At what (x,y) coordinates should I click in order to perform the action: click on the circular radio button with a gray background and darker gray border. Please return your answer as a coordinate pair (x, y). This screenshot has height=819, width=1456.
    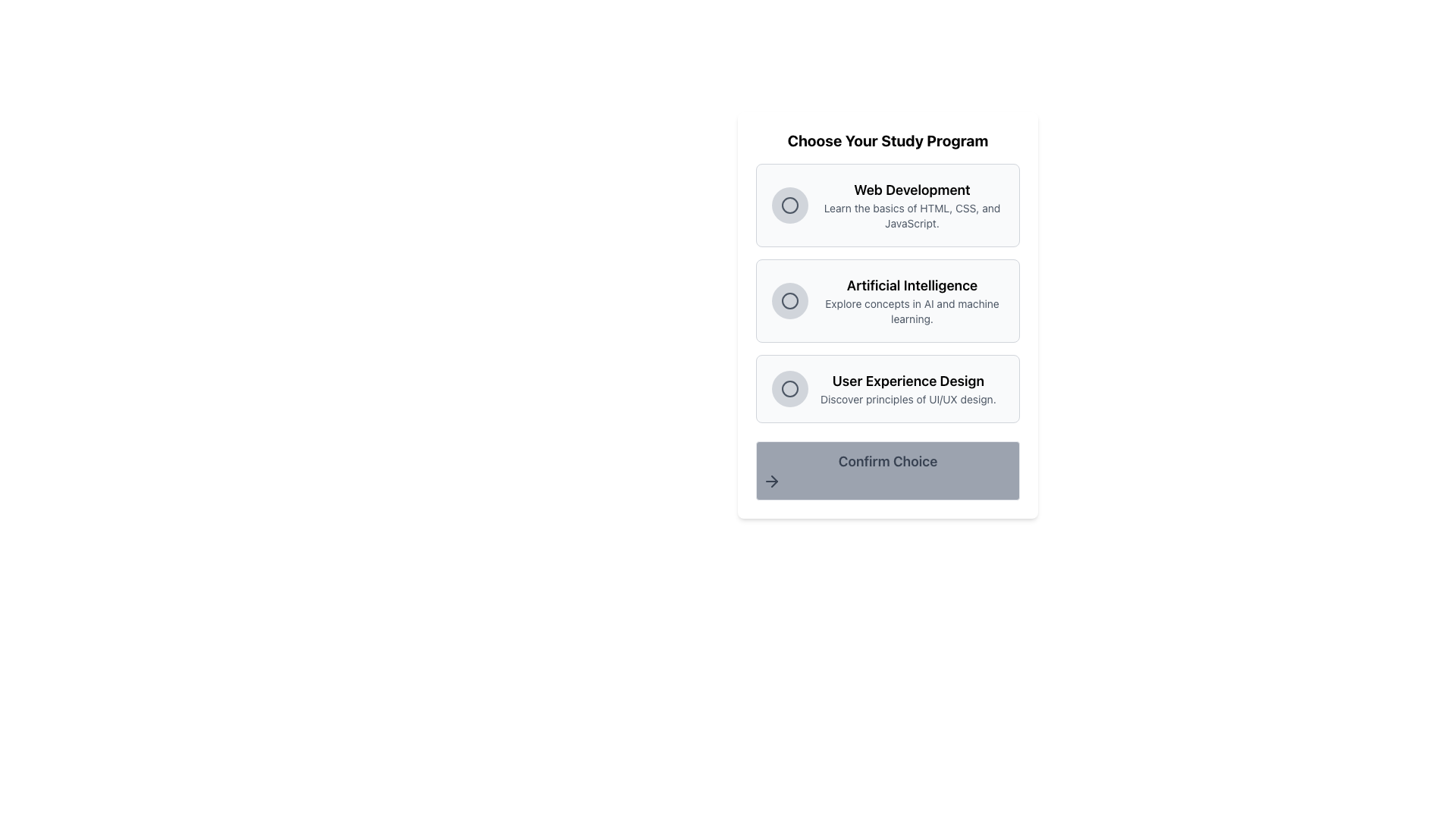
    Looking at the image, I should click on (789, 301).